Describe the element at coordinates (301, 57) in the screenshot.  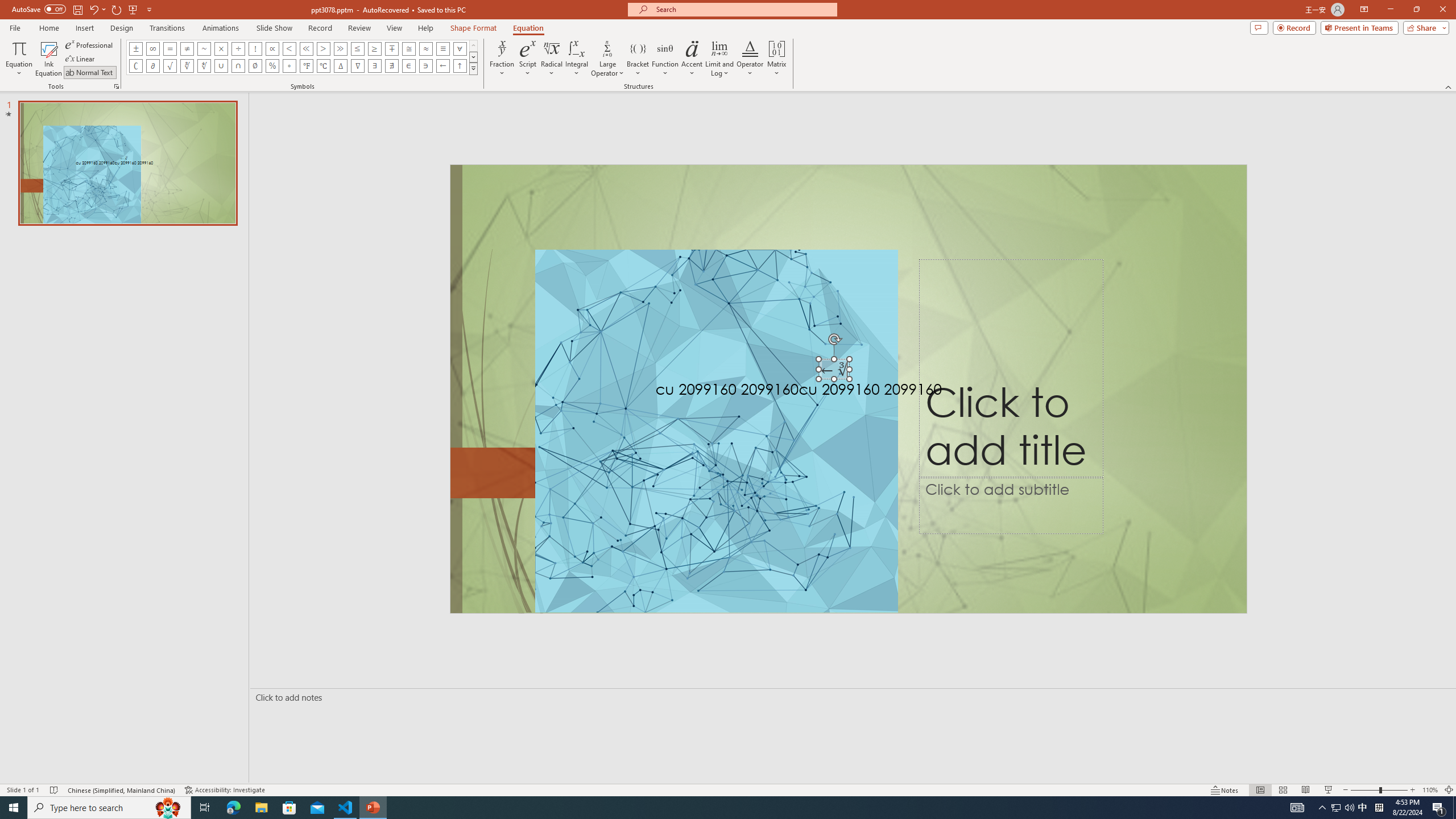
I see `'AutomationID: EquationSymbolsInsertGallery'` at that location.